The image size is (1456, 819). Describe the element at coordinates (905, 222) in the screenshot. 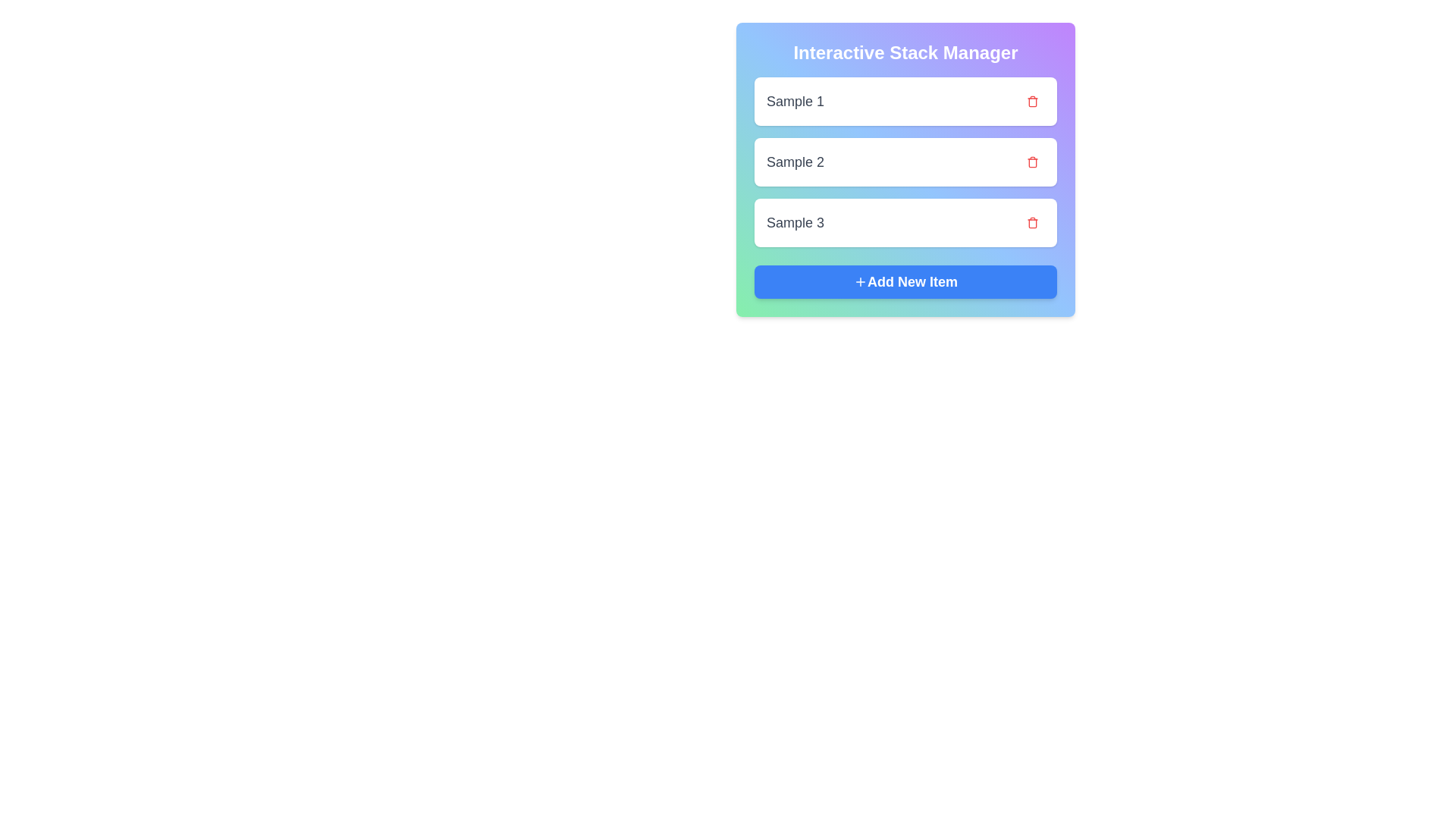

I see `the third item in the list within the 'Interactive Stack Manager' by moving to its center point` at that location.